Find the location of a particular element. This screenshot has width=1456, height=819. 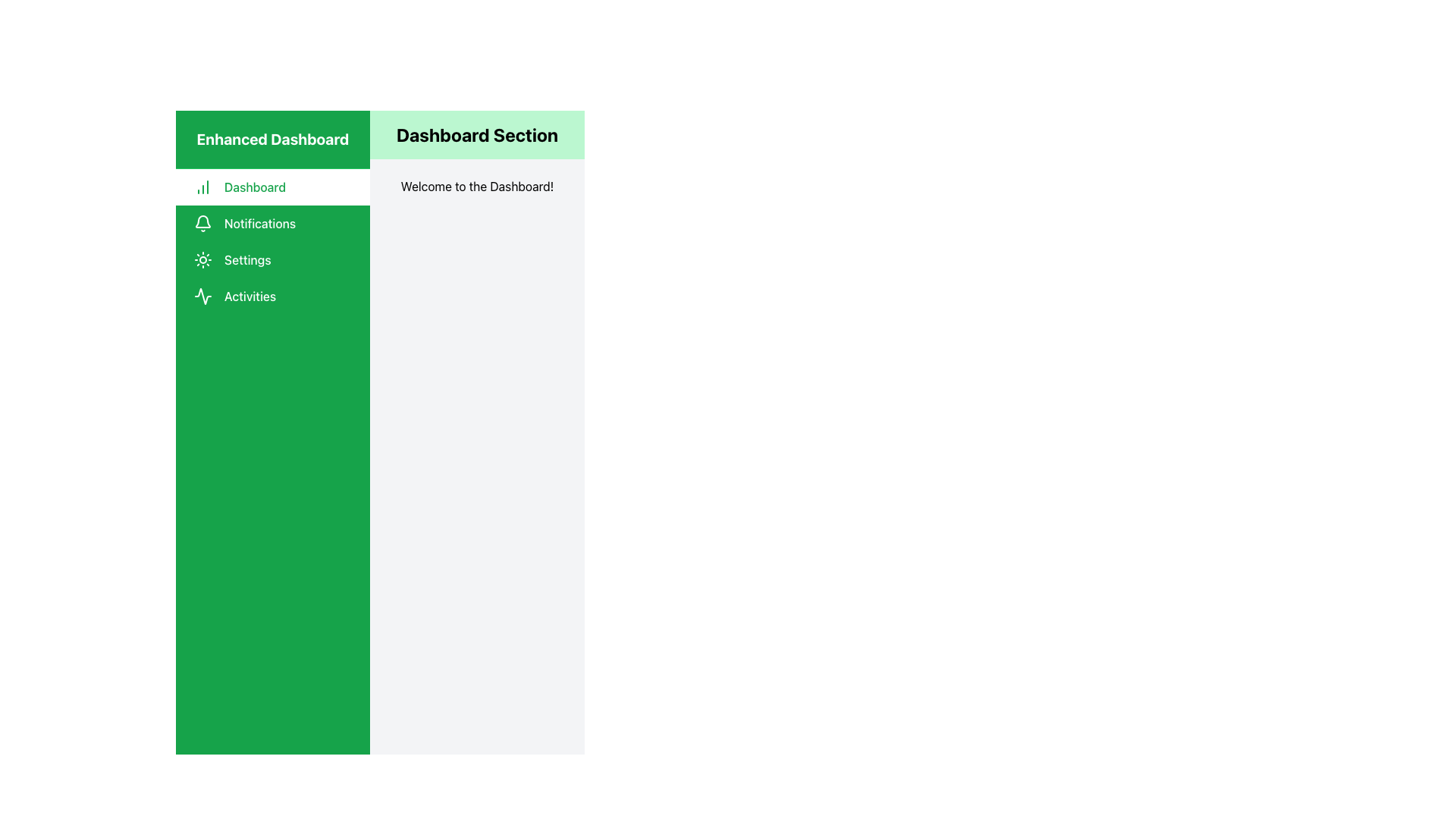

the 'Settings' text label located in the left sidebar, which is the third item in the menu below 'Dashboard' and 'Notifications', and is to the right of a sun-like icon is located at coordinates (247, 259).